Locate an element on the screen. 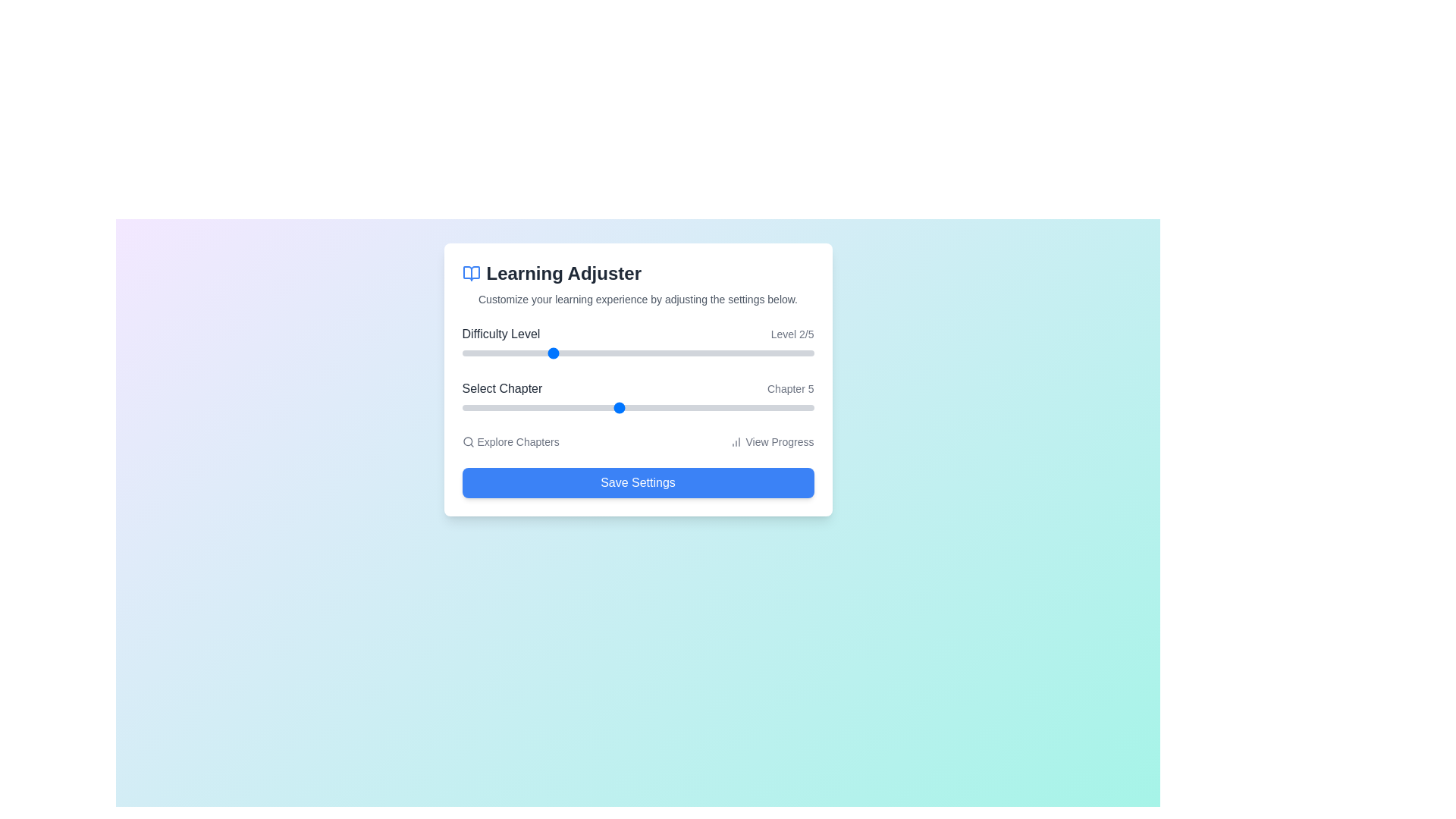 The image size is (1456, 819). the Text label that displays the currently selected chapter in the 'Select Chapter' section, located to the right of 'Select Chapter' is located at coordinates (789, 388).